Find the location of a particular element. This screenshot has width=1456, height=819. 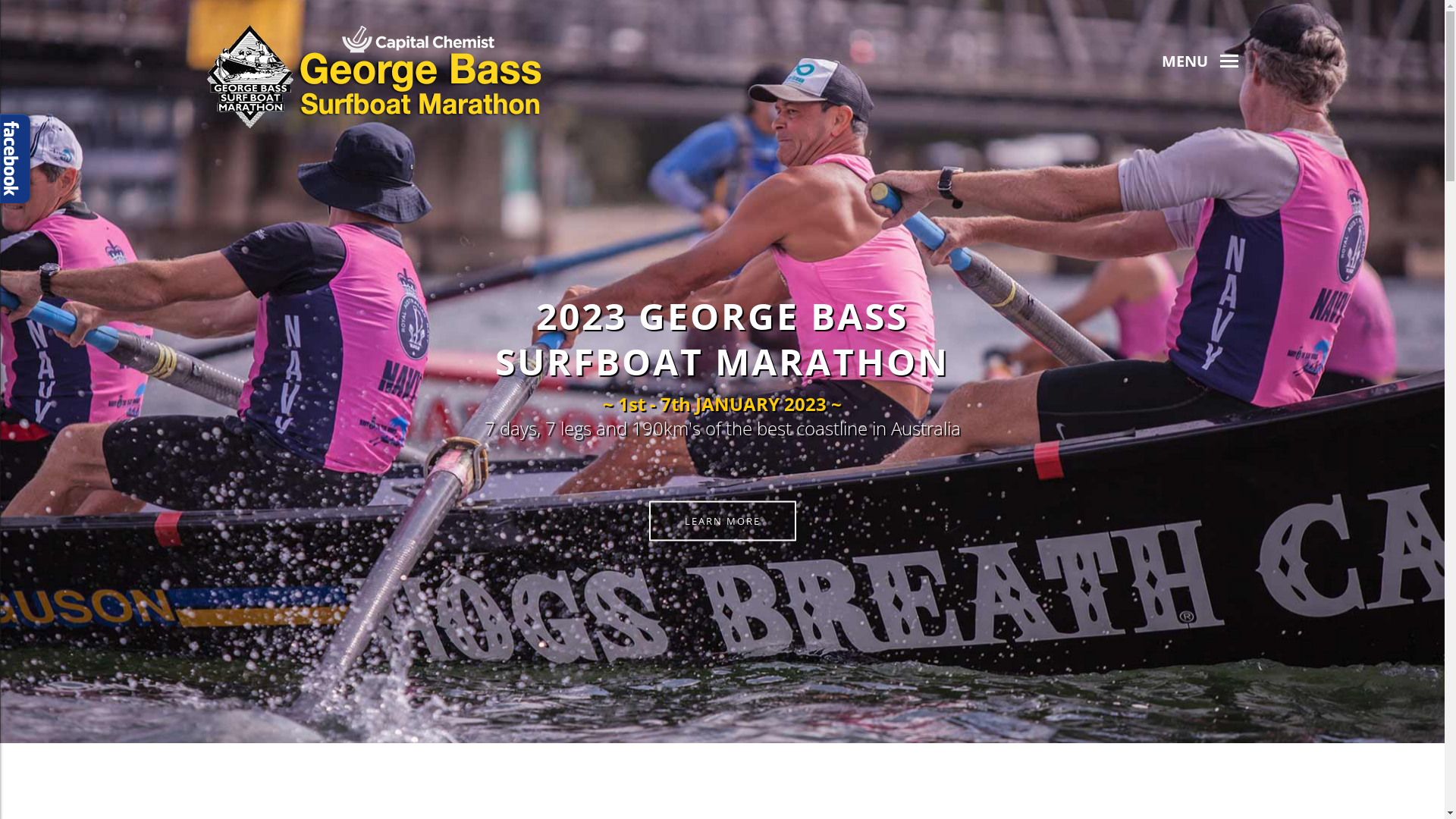

'LEARN MORE' is located at coordinates (722, 519).